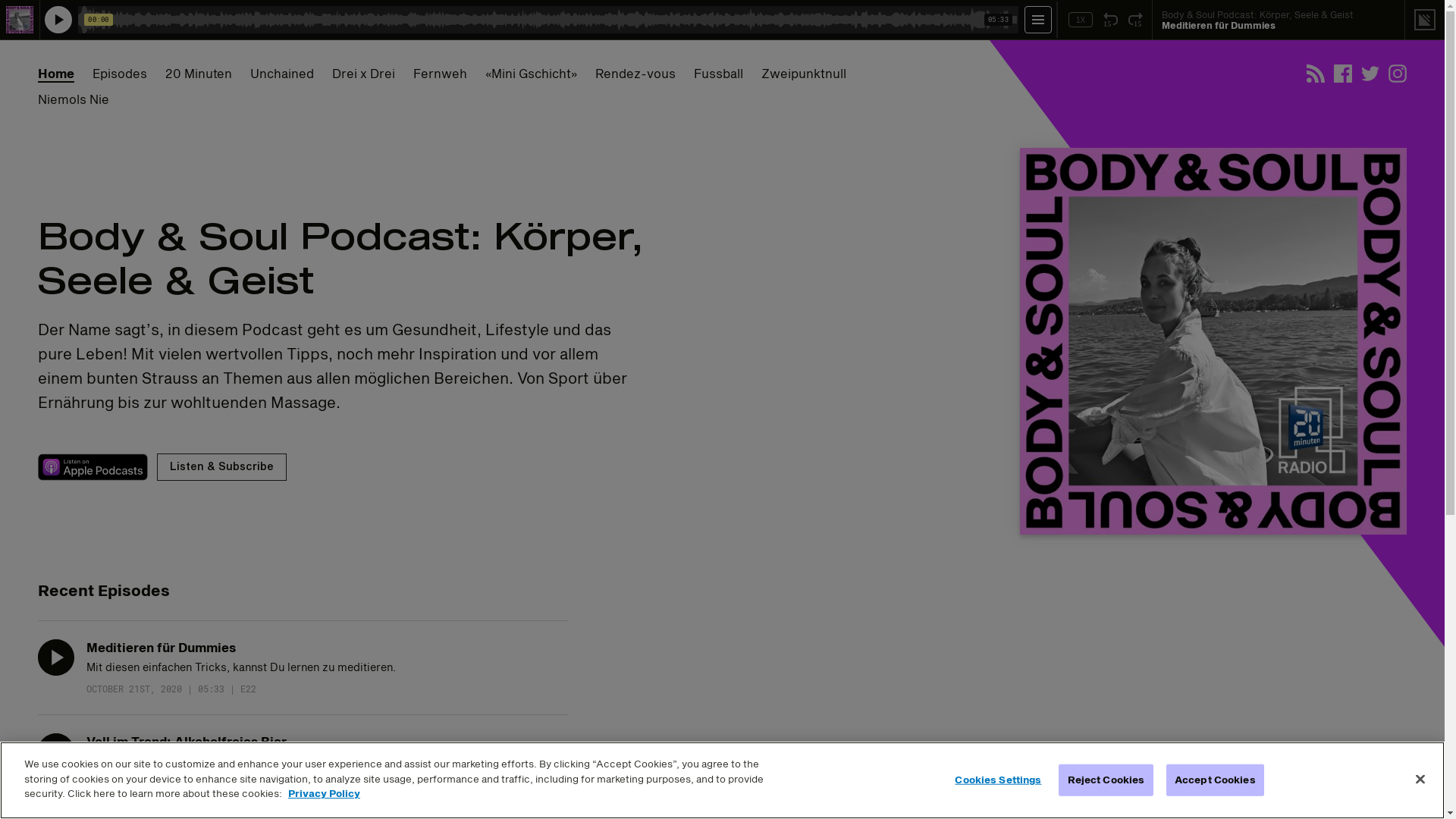 The height and width of the screenshot is (819, 1456). I want to click on 'Home', so click(37, 73).